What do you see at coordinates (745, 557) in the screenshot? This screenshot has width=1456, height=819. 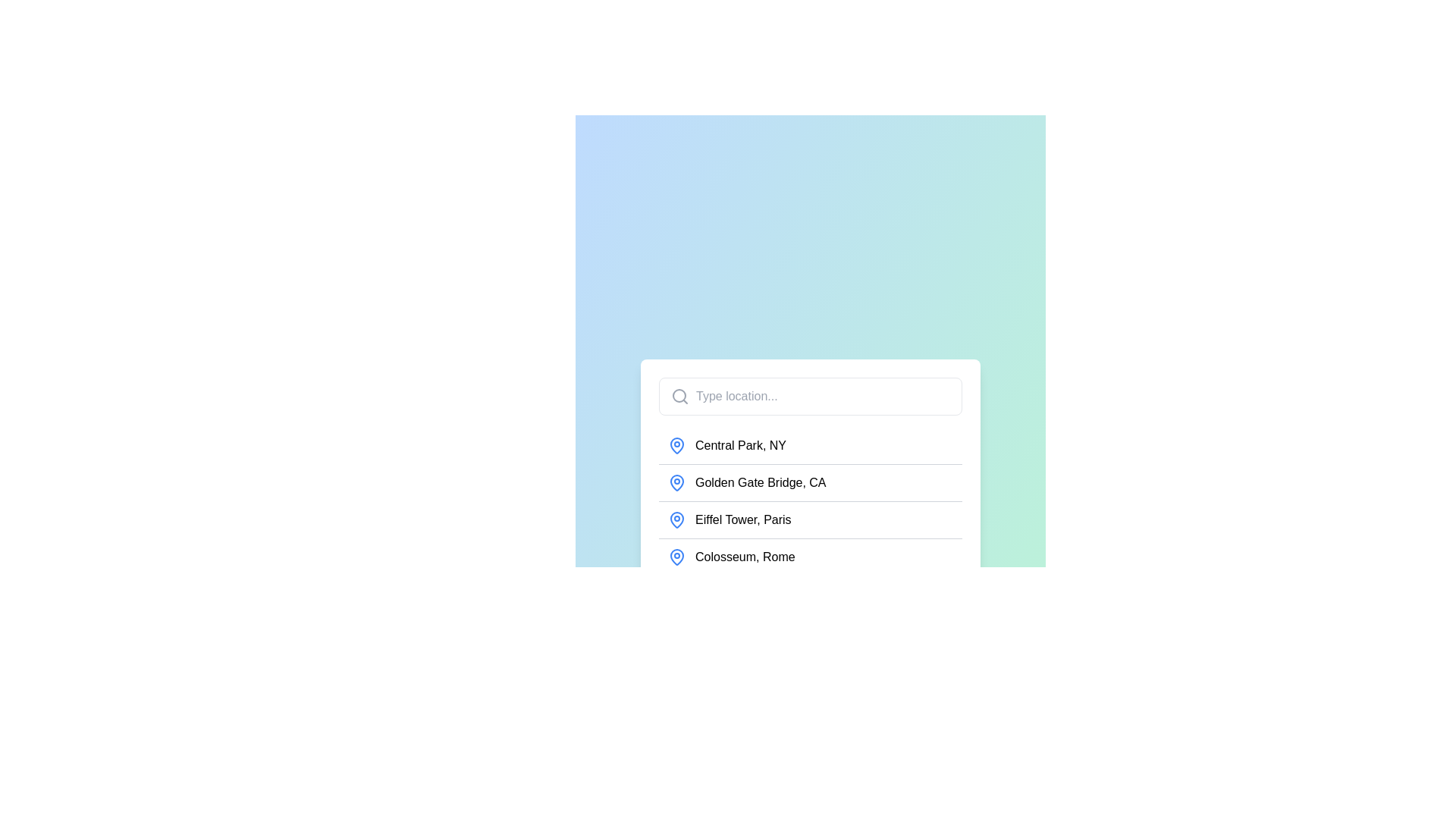 I see `the text label displaying 'Colosseum, Rome' which is the fourth entry in the vertical list of destination labels, marked by a blue map pin icon to its left` at bounding box center [745, 557].